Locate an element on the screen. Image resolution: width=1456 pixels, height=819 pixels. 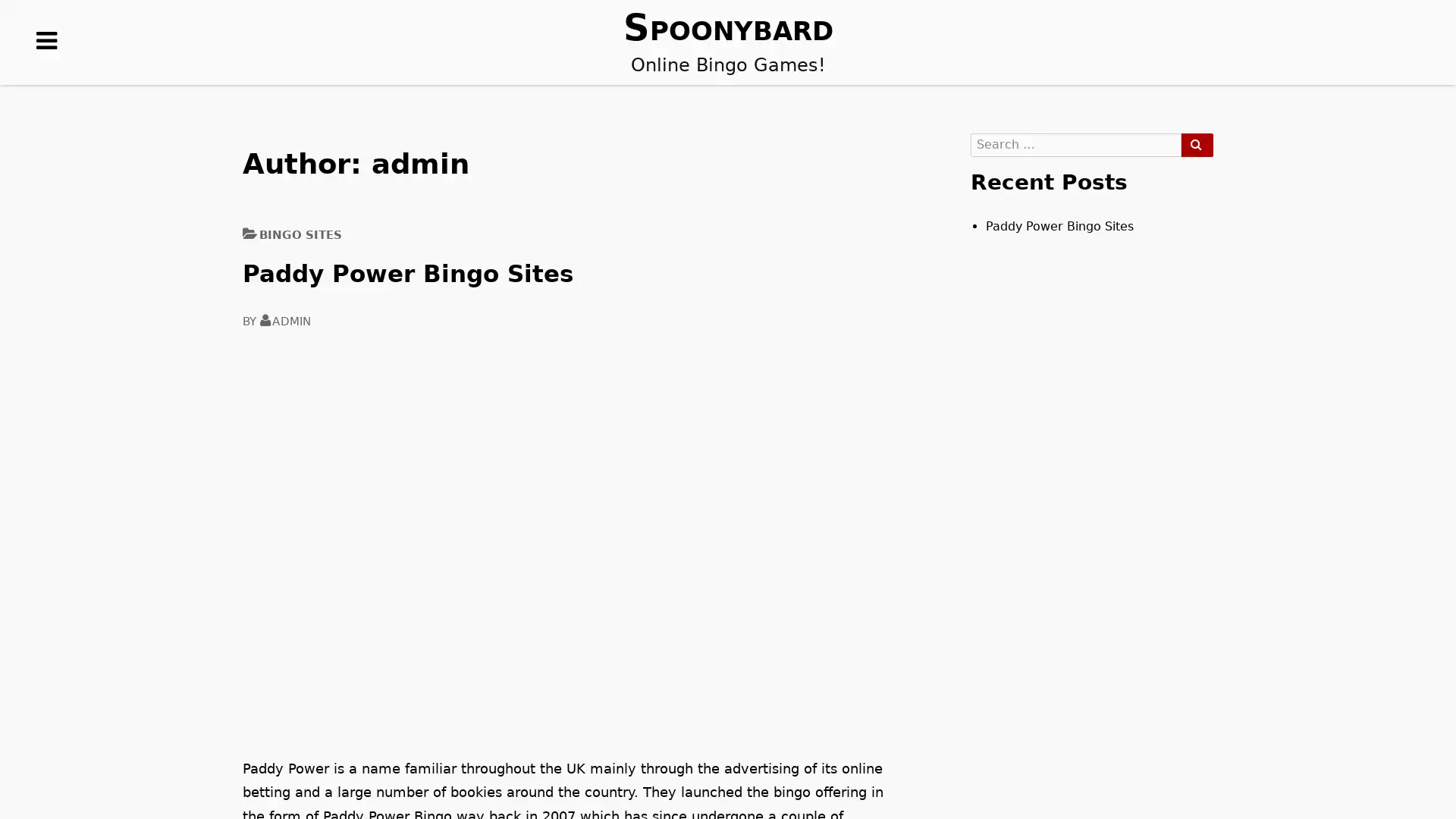
MENUS is located at coordinates (47, 64).